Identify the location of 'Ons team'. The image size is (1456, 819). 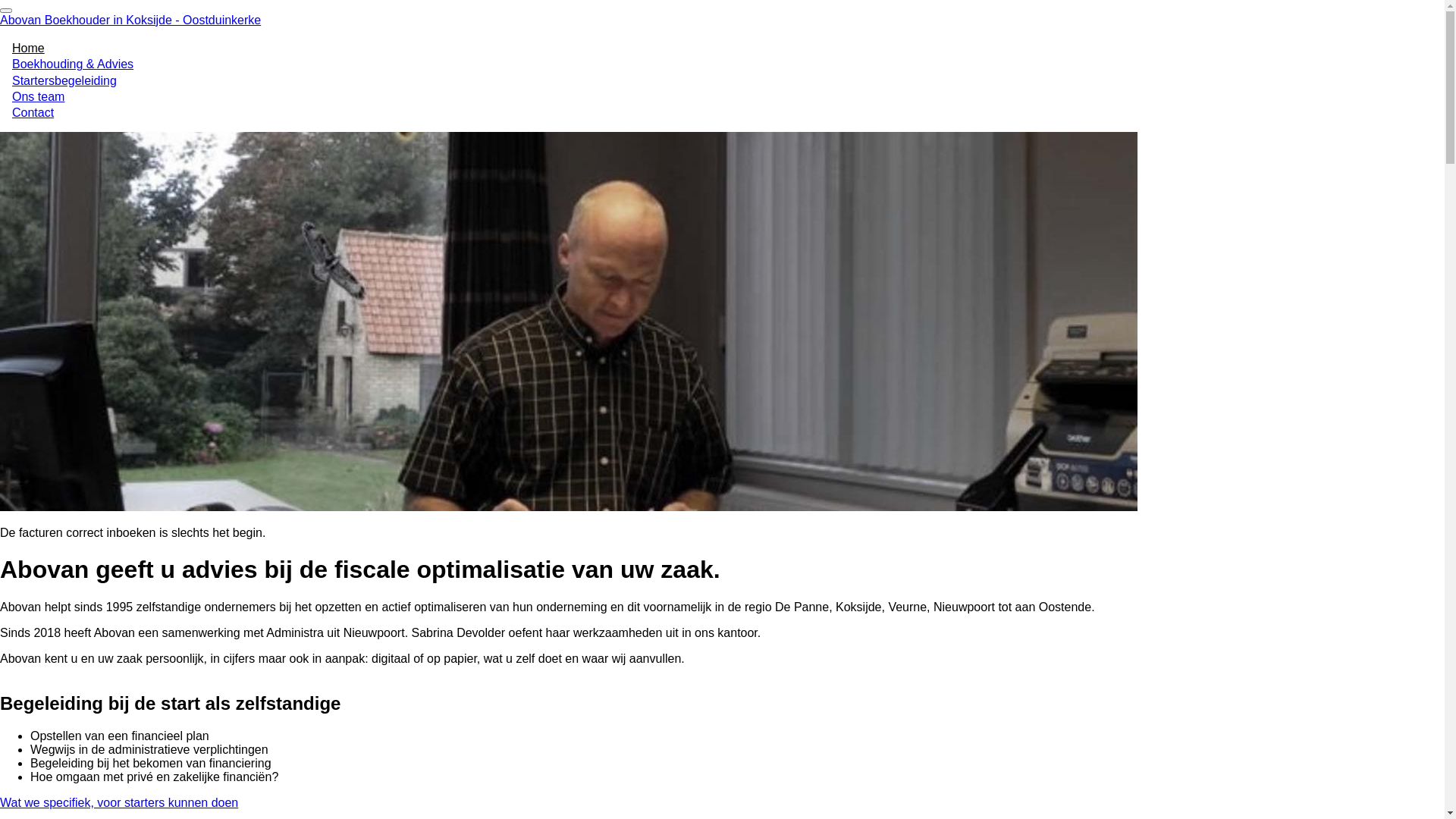
(11, 96).